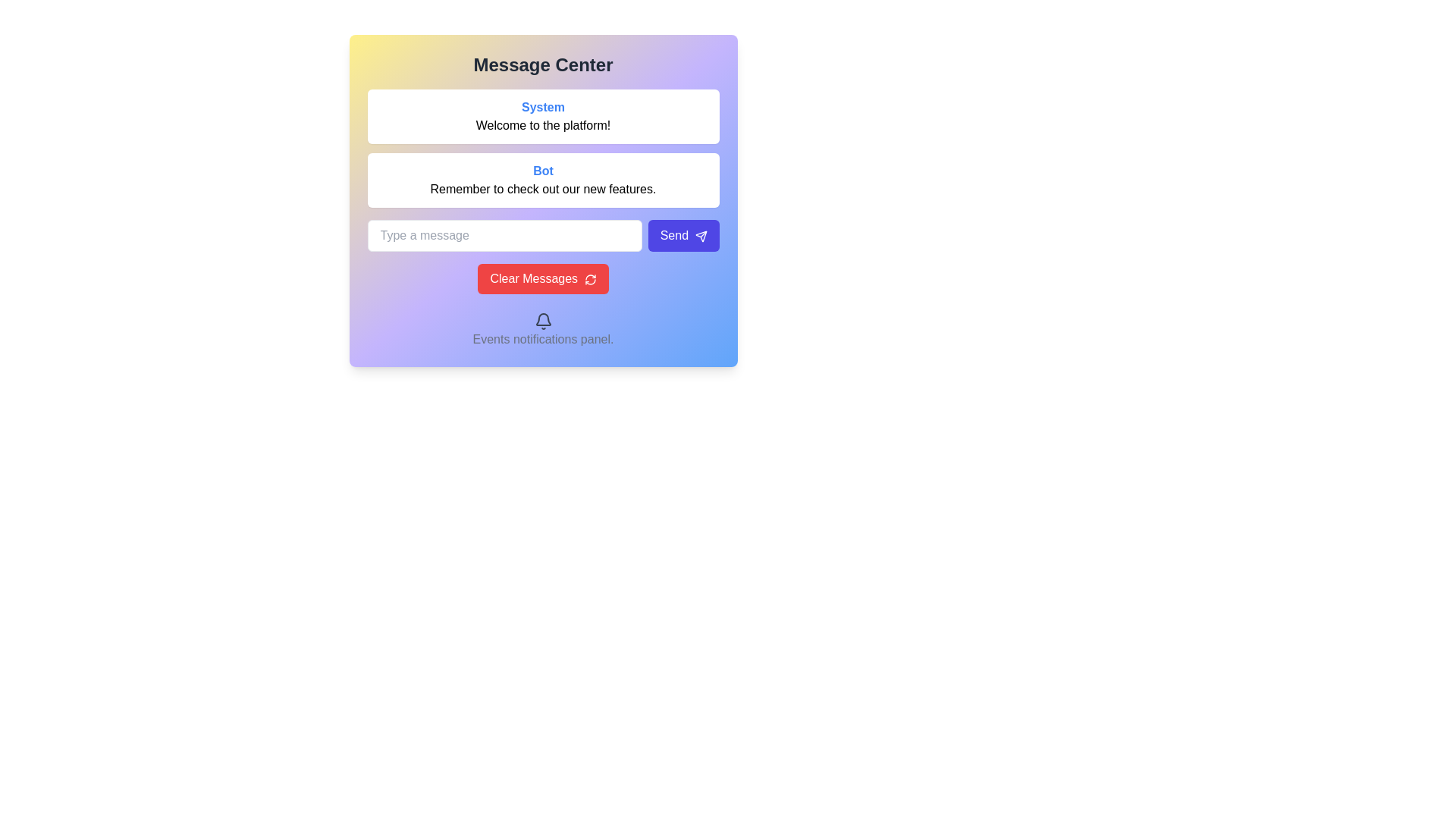 The height and width of the screenshot is (819, 1456). What do you see at coordinates (543, 124) in the screenshot?
I see `the static text label that provides a welcome message to the user, located below the 'System' classification label` at bounding box center [543, 124].